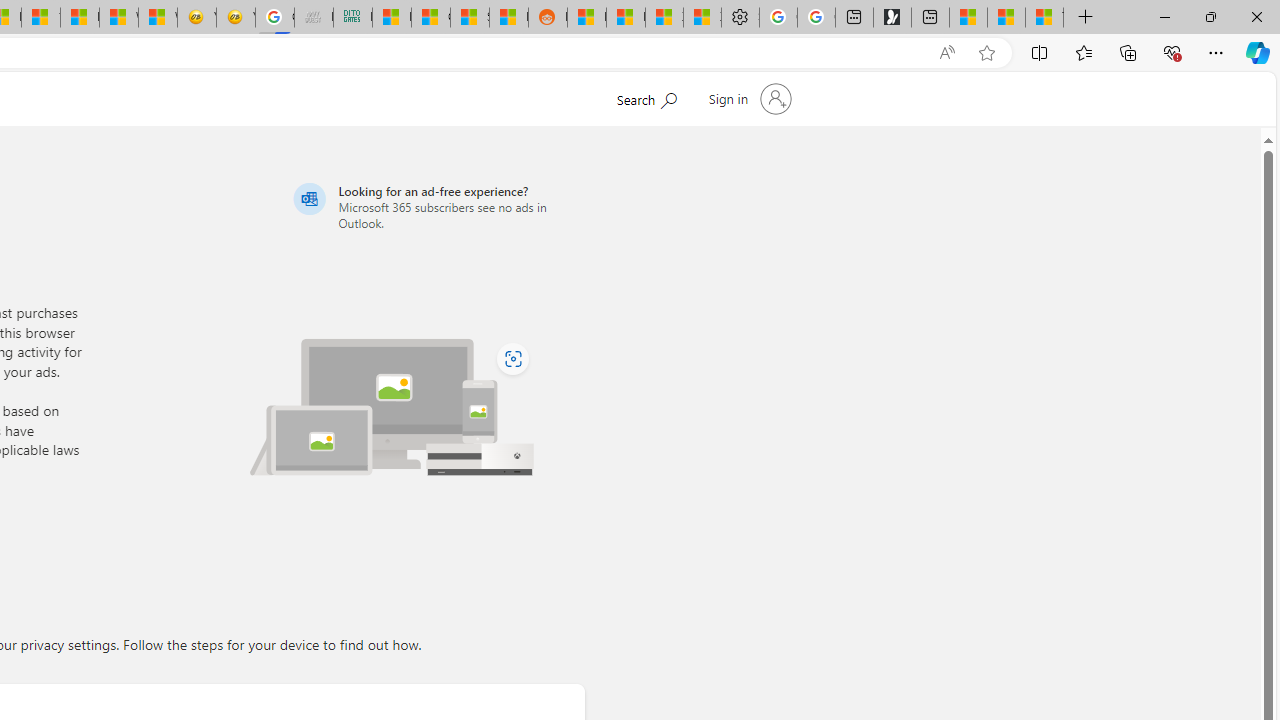 Image resolution: width=1280 pixels, height=720 pixels. What do you see at coordinates (392, 406) in the screenshot?
I see `'Illustration of multiple devices'` at bounding box center [392, 406].